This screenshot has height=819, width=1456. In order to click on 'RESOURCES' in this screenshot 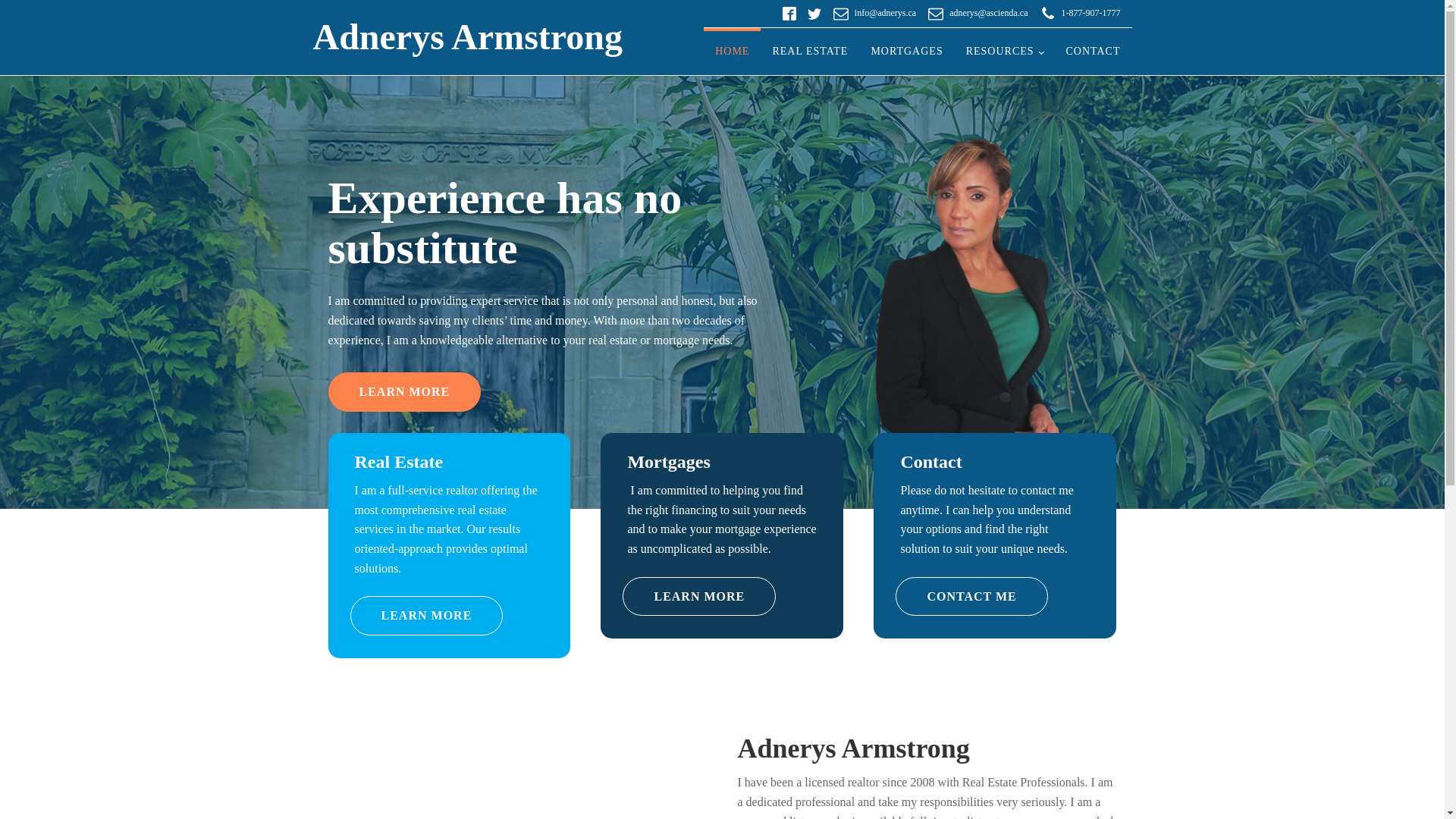, I will do `click(1004, 51)`.